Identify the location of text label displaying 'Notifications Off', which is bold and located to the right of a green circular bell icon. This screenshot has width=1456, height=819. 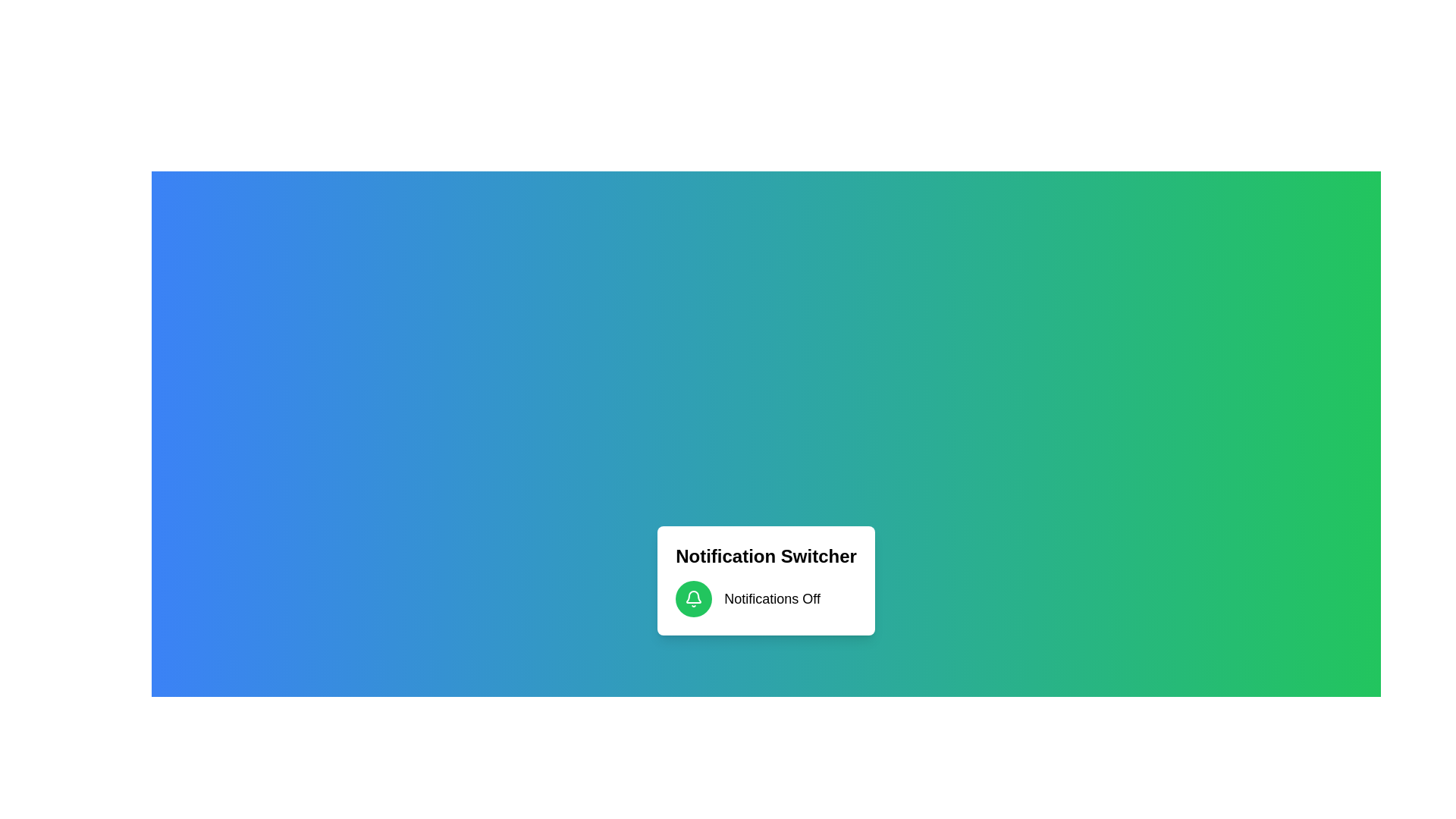
(772, 598).